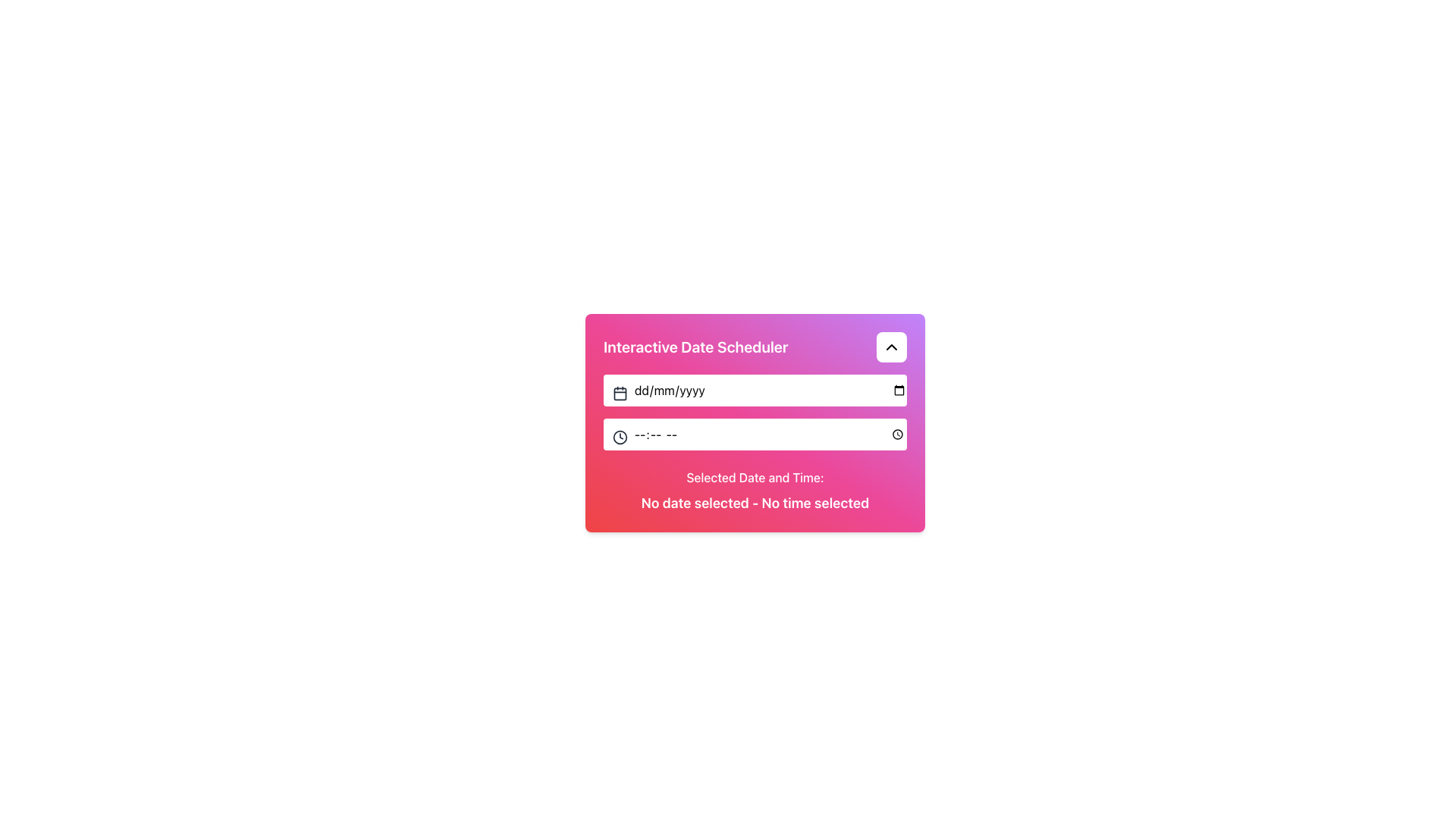 The width and height of the screenshot is (1456, 819). I want to click on the calendar icon represented by a rectangular shape with rounded corners, located to the left of the 'dd/mm/yyyy' input field, so click(620, 393).